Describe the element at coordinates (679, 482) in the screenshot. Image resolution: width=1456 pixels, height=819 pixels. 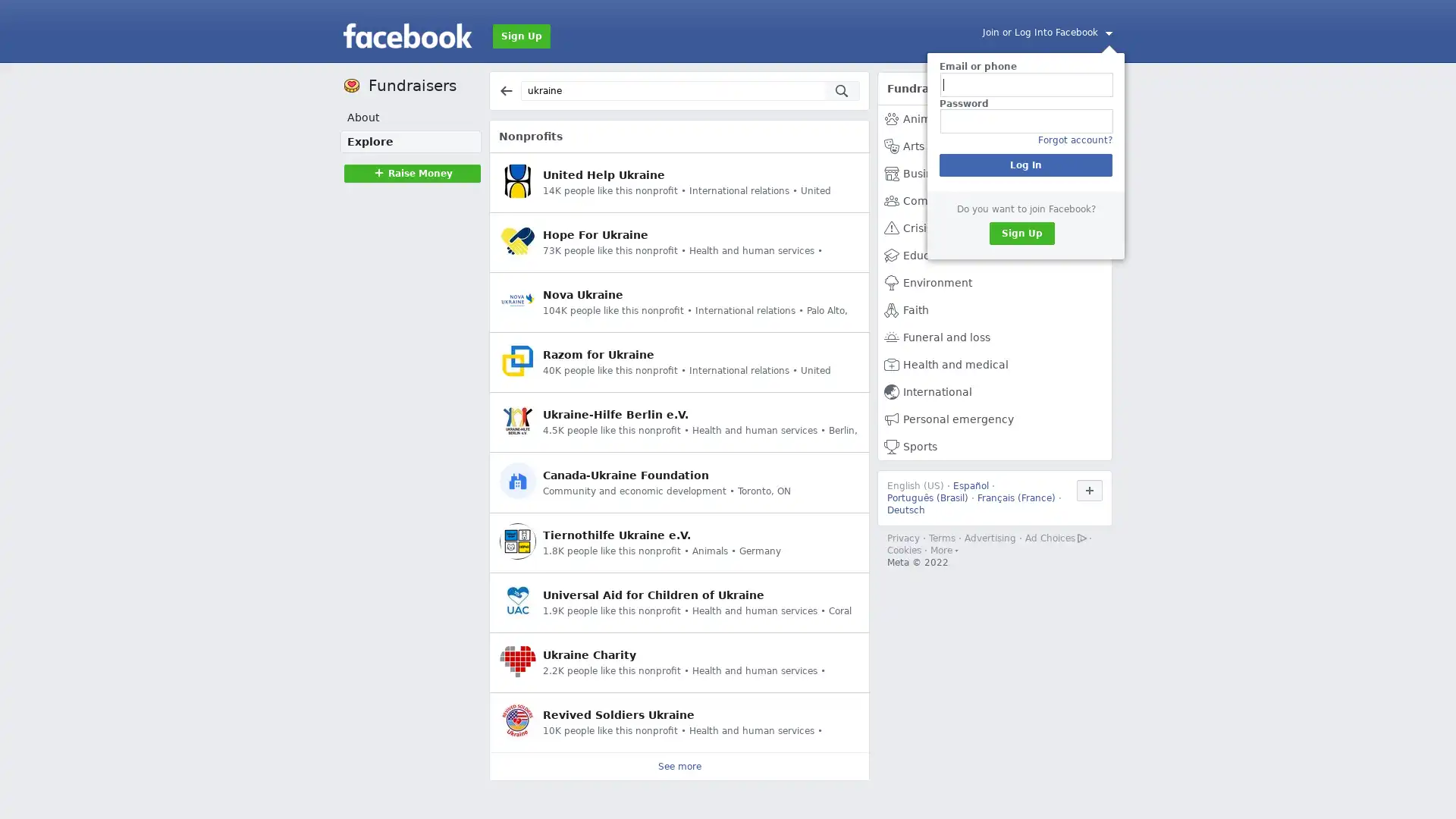
I see `Canada-Ukraine Foundation Community and economic development  Toronto, ON` at that location.